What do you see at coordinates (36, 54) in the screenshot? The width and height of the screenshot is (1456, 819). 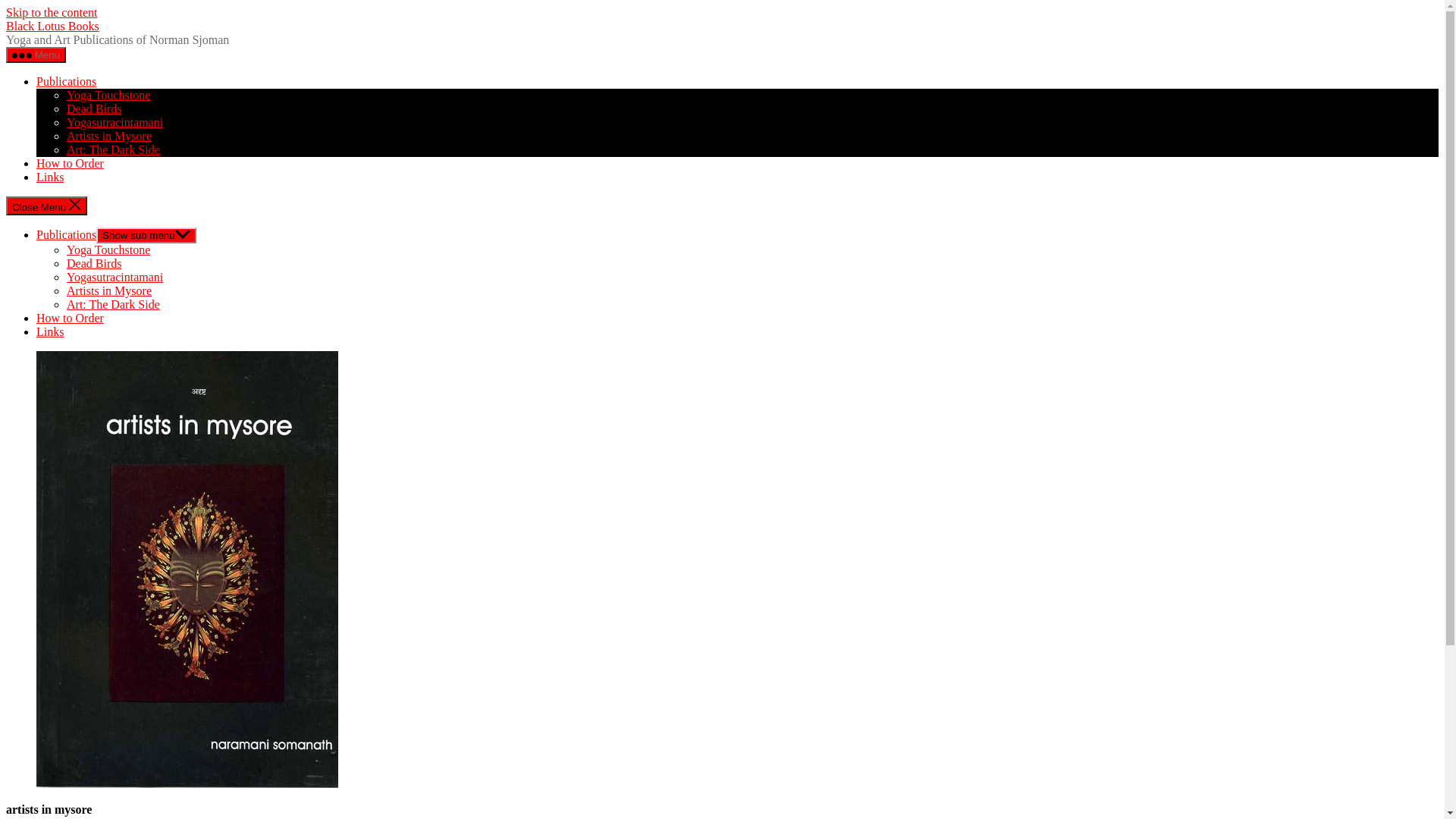 I see `'Menu'` at bounding box center [36, 54].